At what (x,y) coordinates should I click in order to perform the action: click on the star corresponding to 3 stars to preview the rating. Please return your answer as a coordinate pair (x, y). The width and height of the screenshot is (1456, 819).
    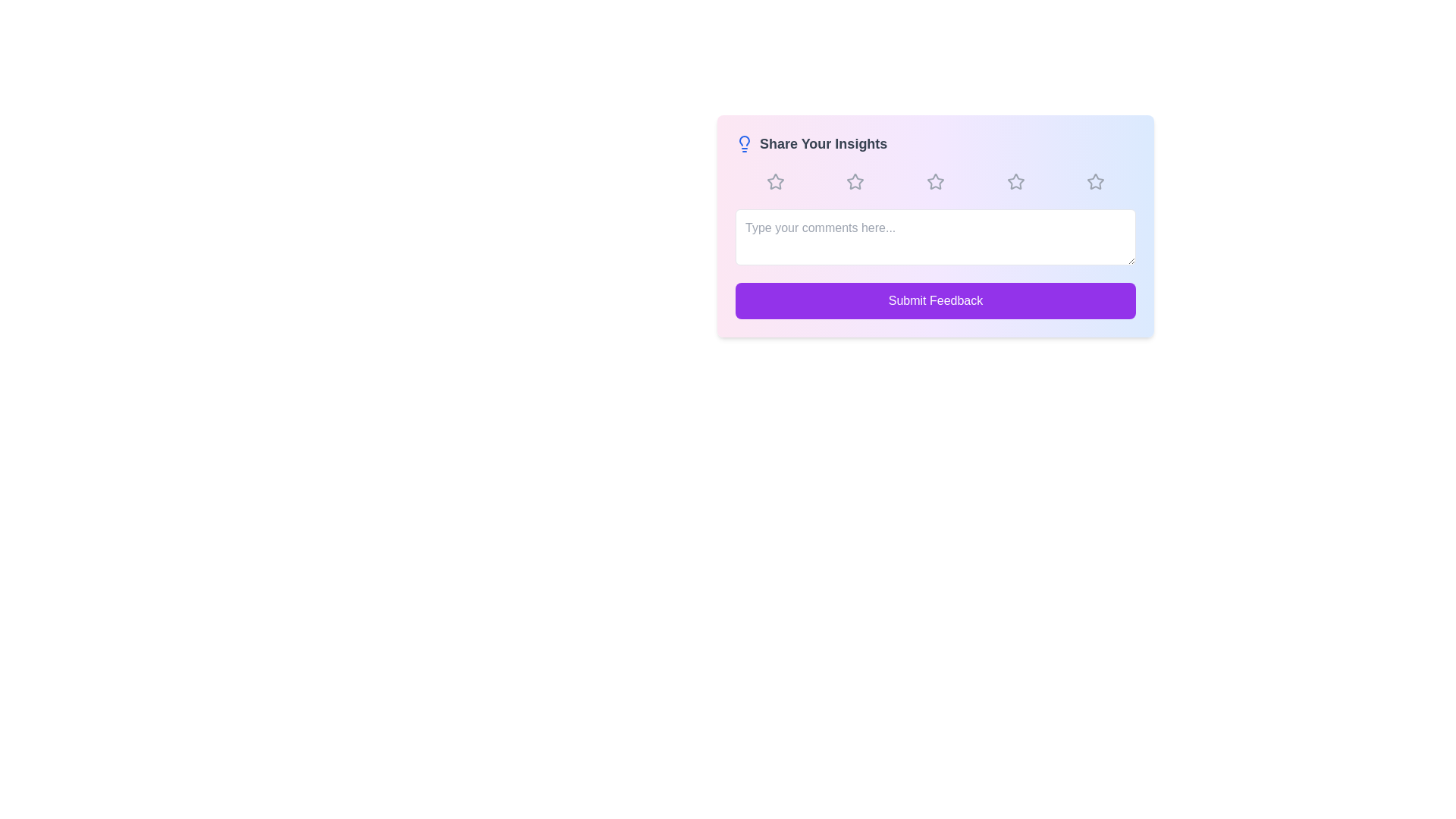
    Looking at the image, I should click on (934, 180).